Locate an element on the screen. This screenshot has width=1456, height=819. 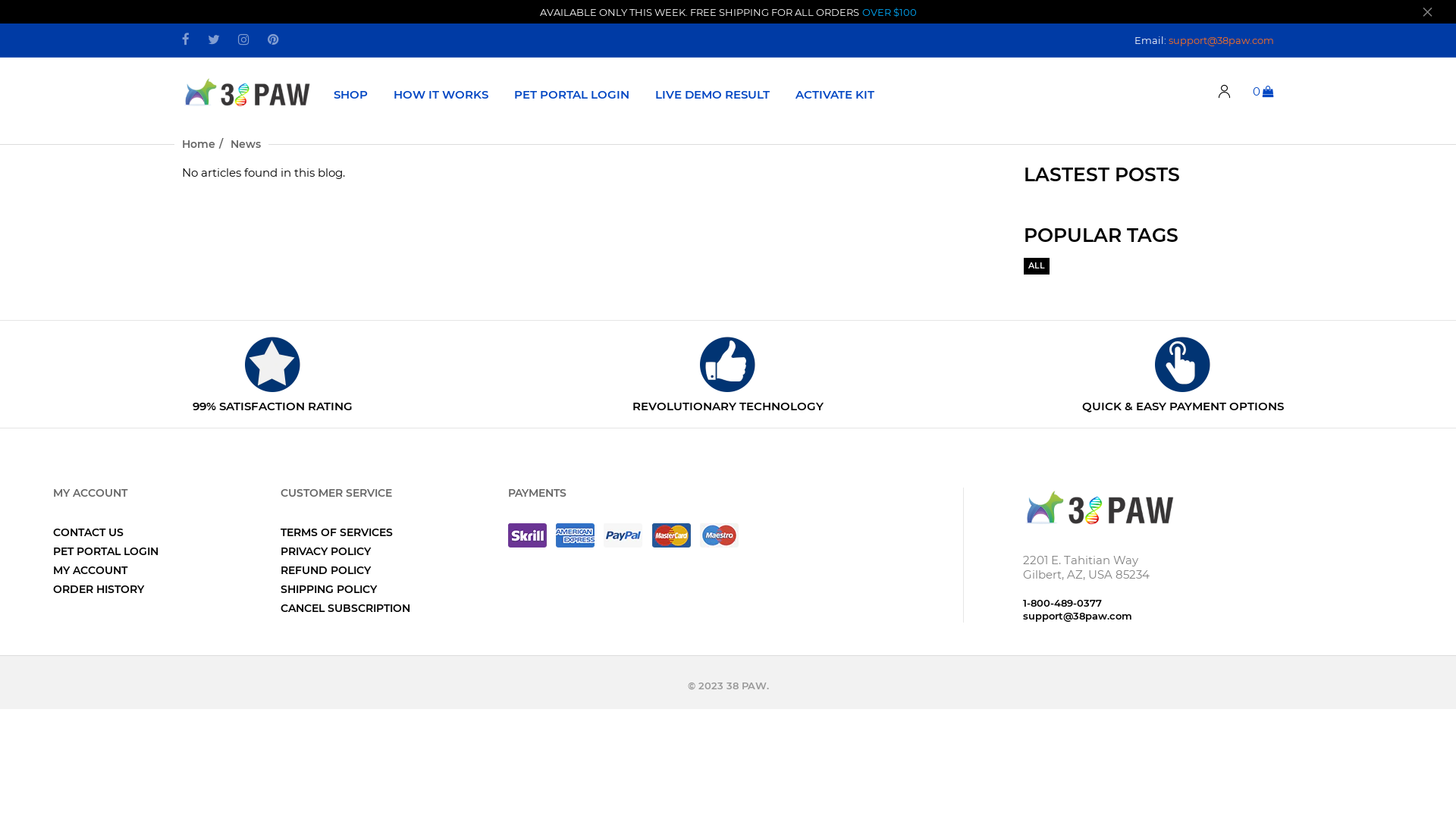
'CANCEL SUBSCRIPTION' is located at coordinates (344, 607).